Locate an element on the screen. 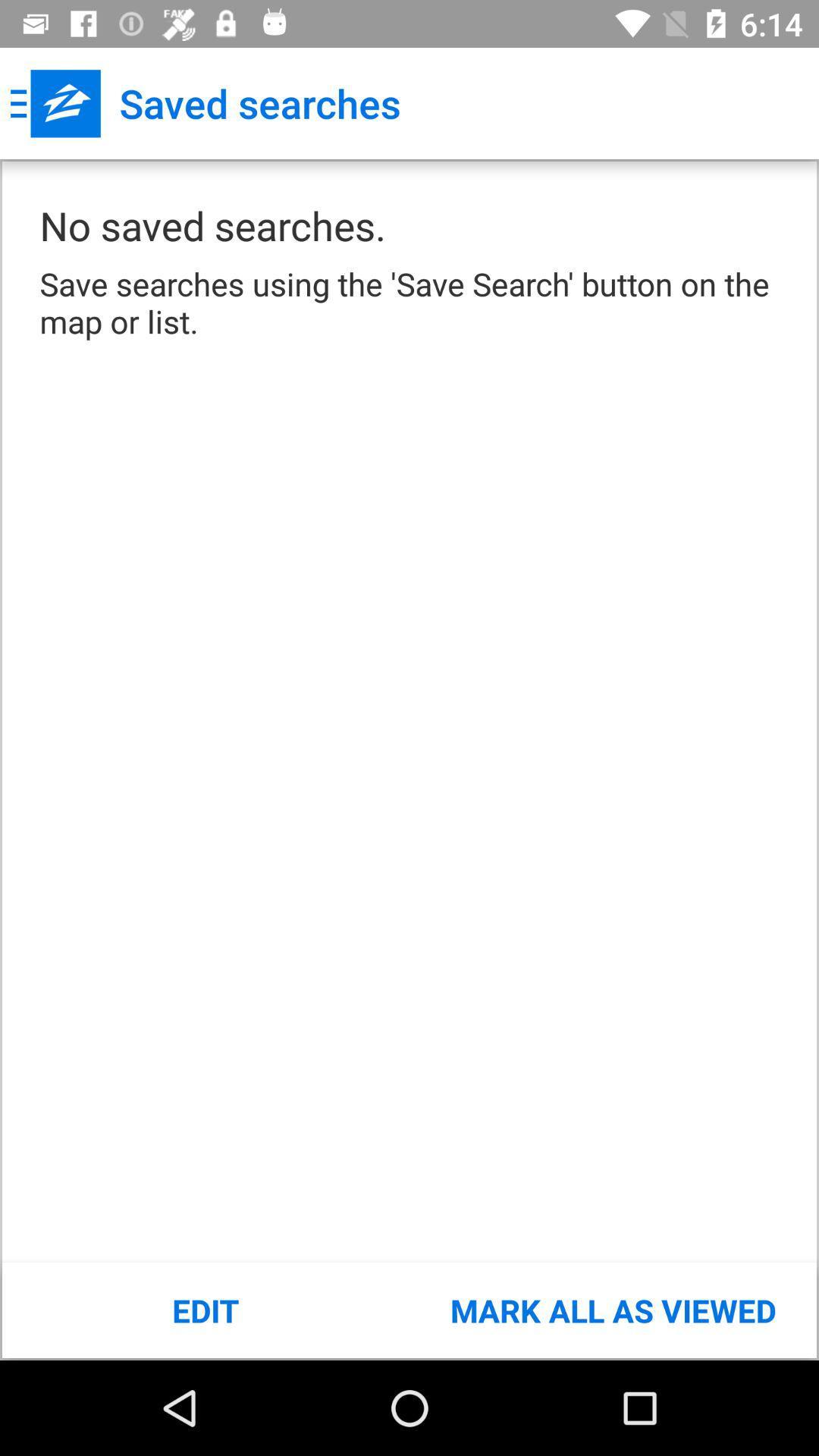  the icon below save searches using icon is located at coordinates (206, 1310).